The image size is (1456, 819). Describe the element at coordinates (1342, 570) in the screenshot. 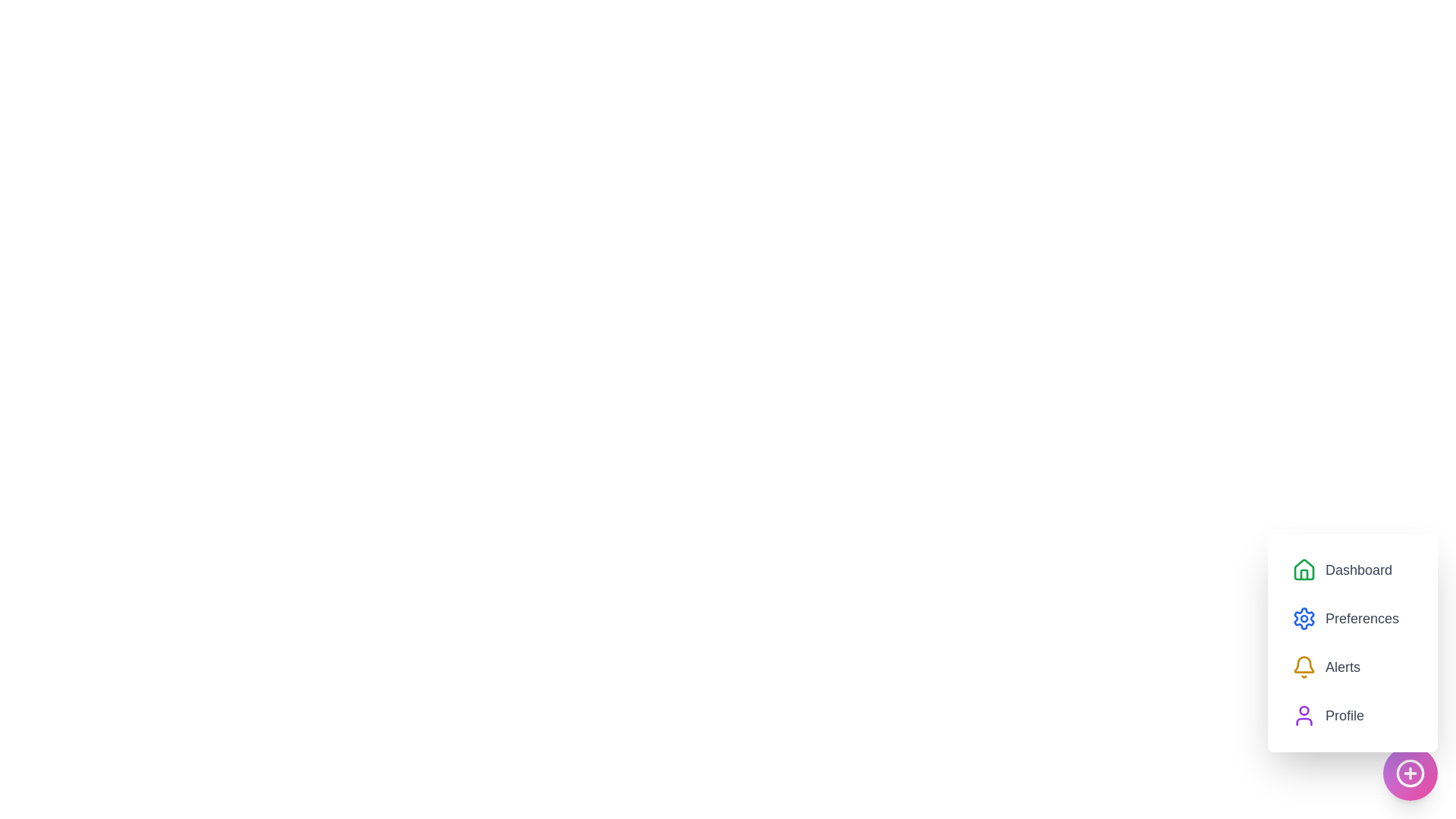

I see `the menu option Dashboard from the StyledSpeedDial menu` at that location.